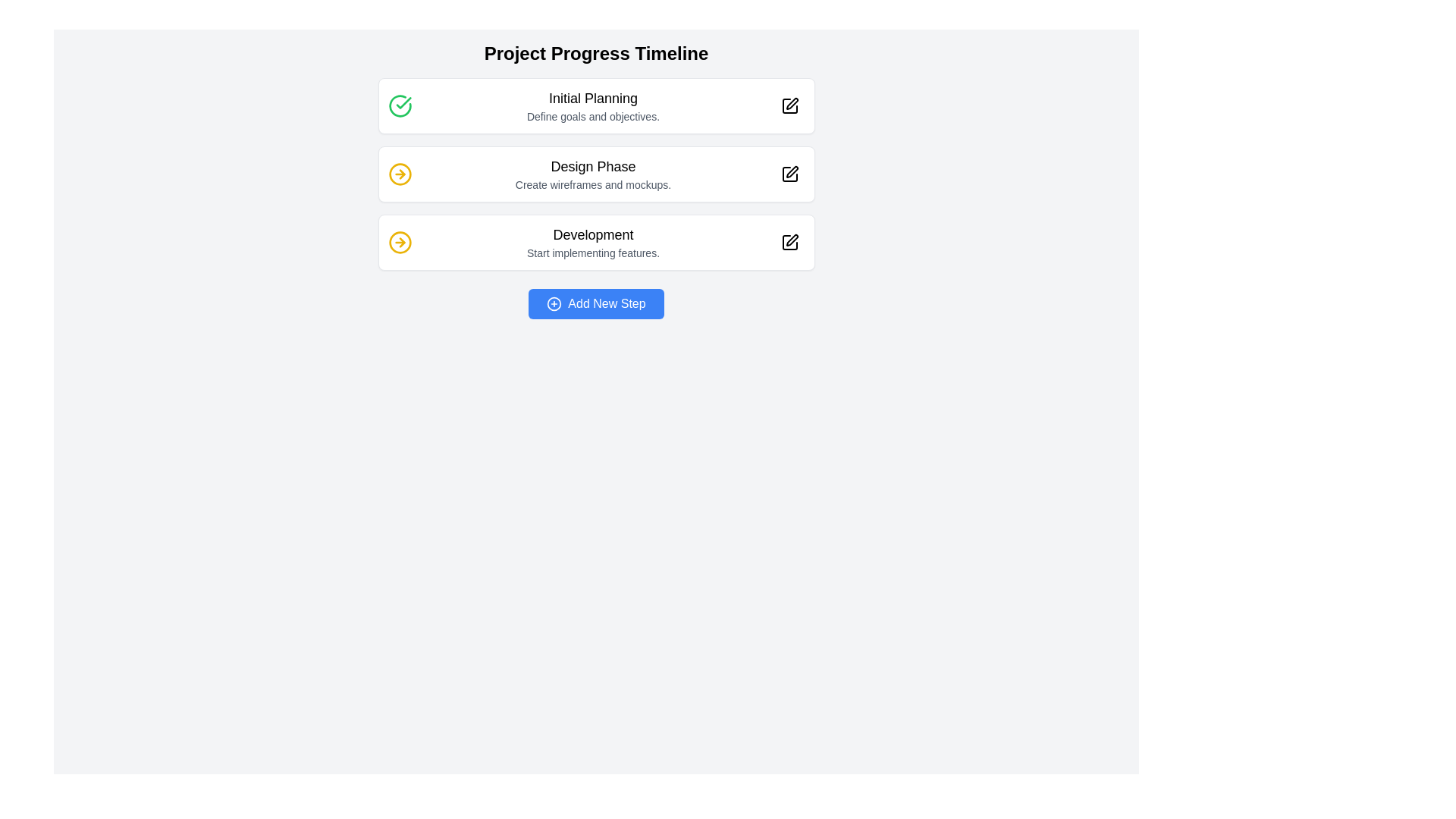 This screenshot has width=1456, height=819. Describe the element at coordinates (403, 102) in the screenshot. I see `the green checkmark icon with a red overlay that indicates the status of the 'Initial Planning' step in the progress tracker` at that location.